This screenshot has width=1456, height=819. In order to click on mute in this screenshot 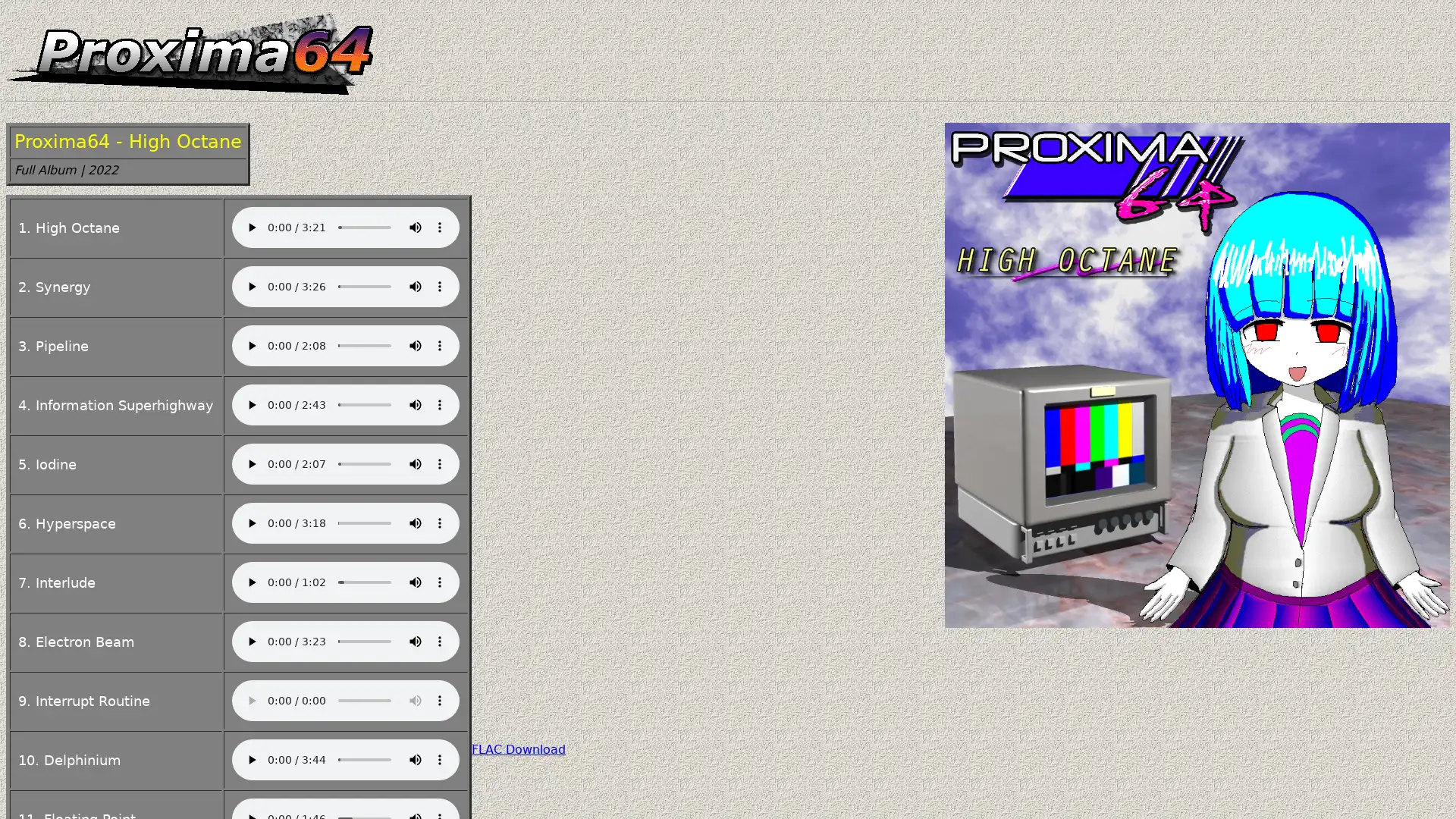, I will do `click(415, 463)`.